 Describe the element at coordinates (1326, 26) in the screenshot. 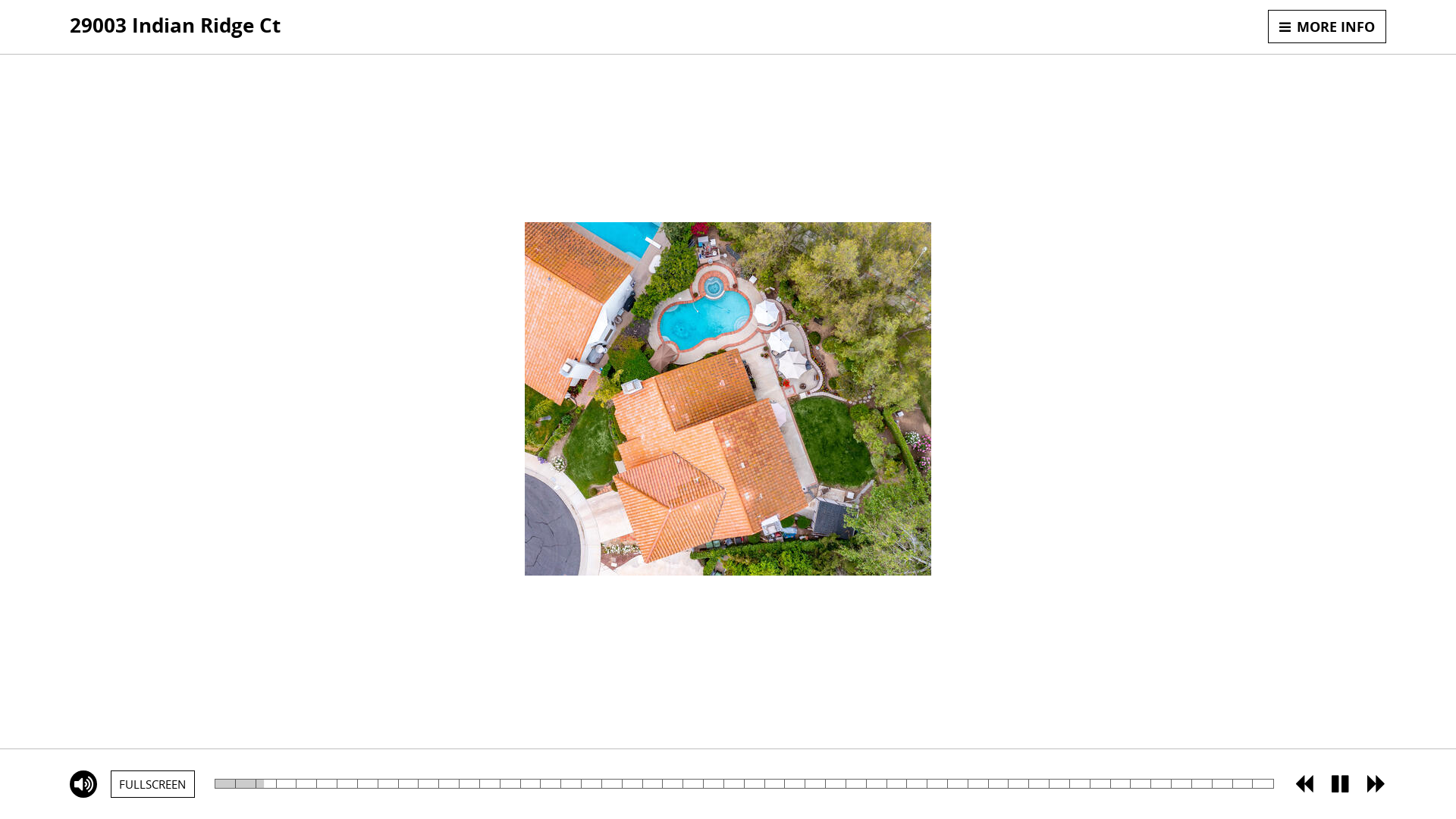

I see `'MORE INFO'` at that location.